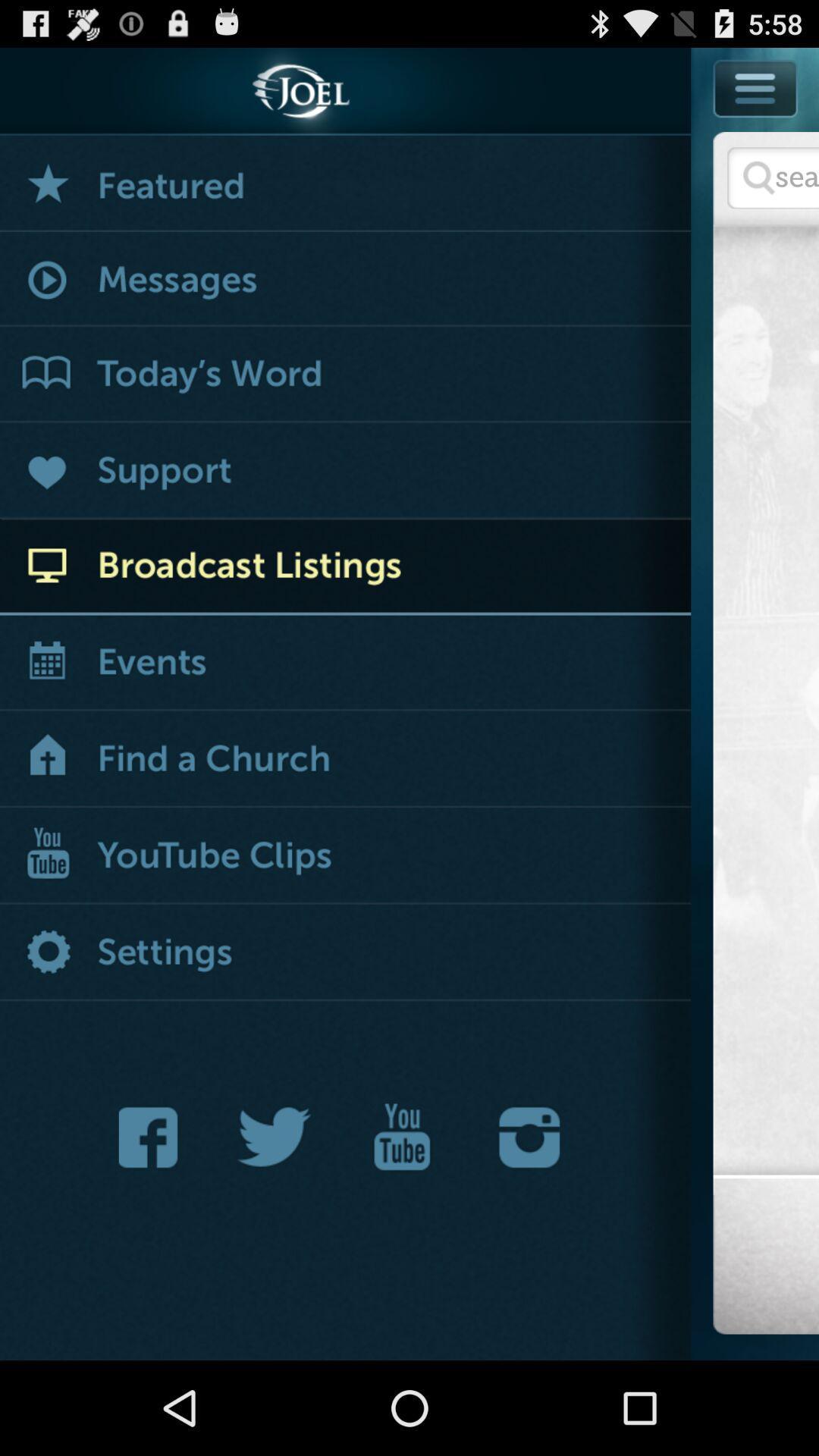  I want to click on shows today 's word of the day, so click(345, 375).